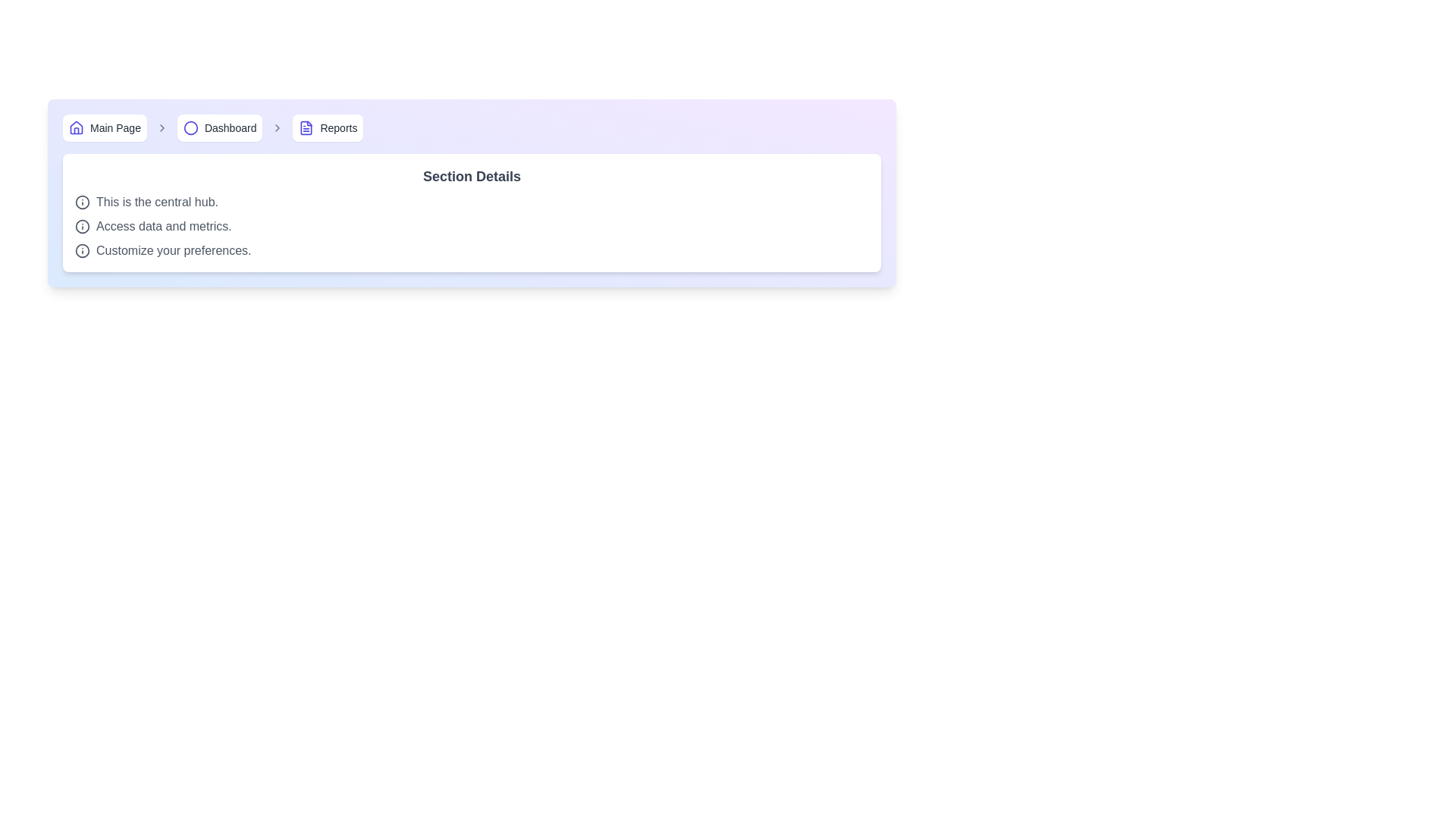 The image size is (1456, 819). I want to click on the SVG graphic representing the 'Reports' section in the breadcrumb navigation bar, located next to the 'Reports' text label, so click(306, 127).